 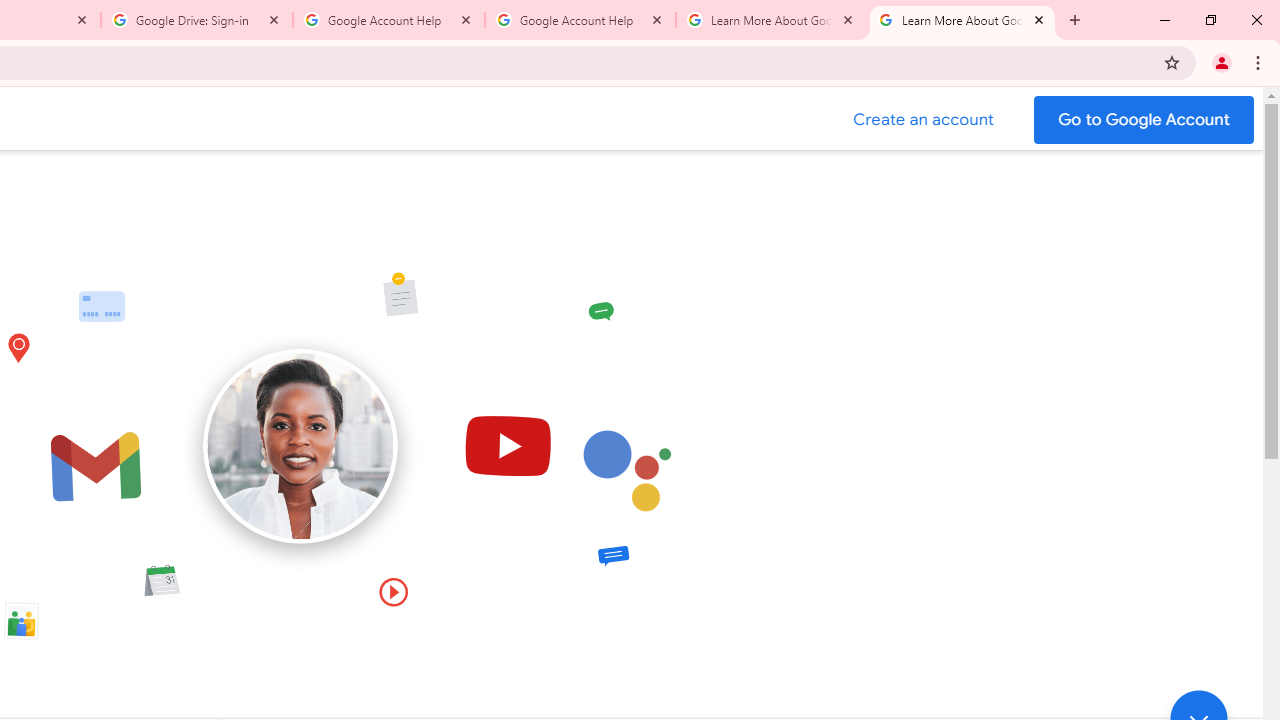 I want to click on 'Create a Google Account', so click(x=923, y=119).